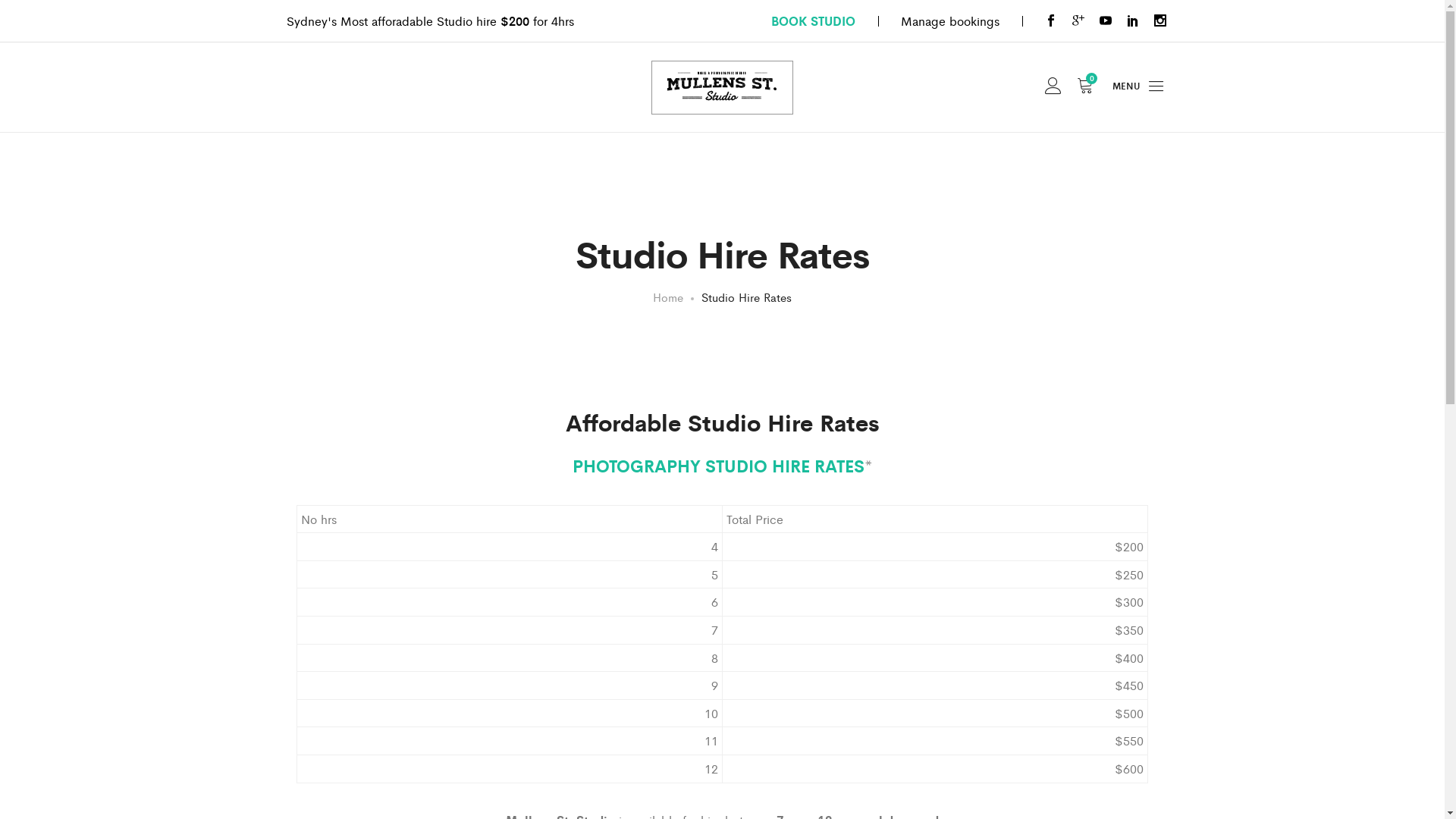  What do you see at coordinates (1077, 20) in the screenshot?
I see `'Google Plus'` at bounding box center [1077, 20].